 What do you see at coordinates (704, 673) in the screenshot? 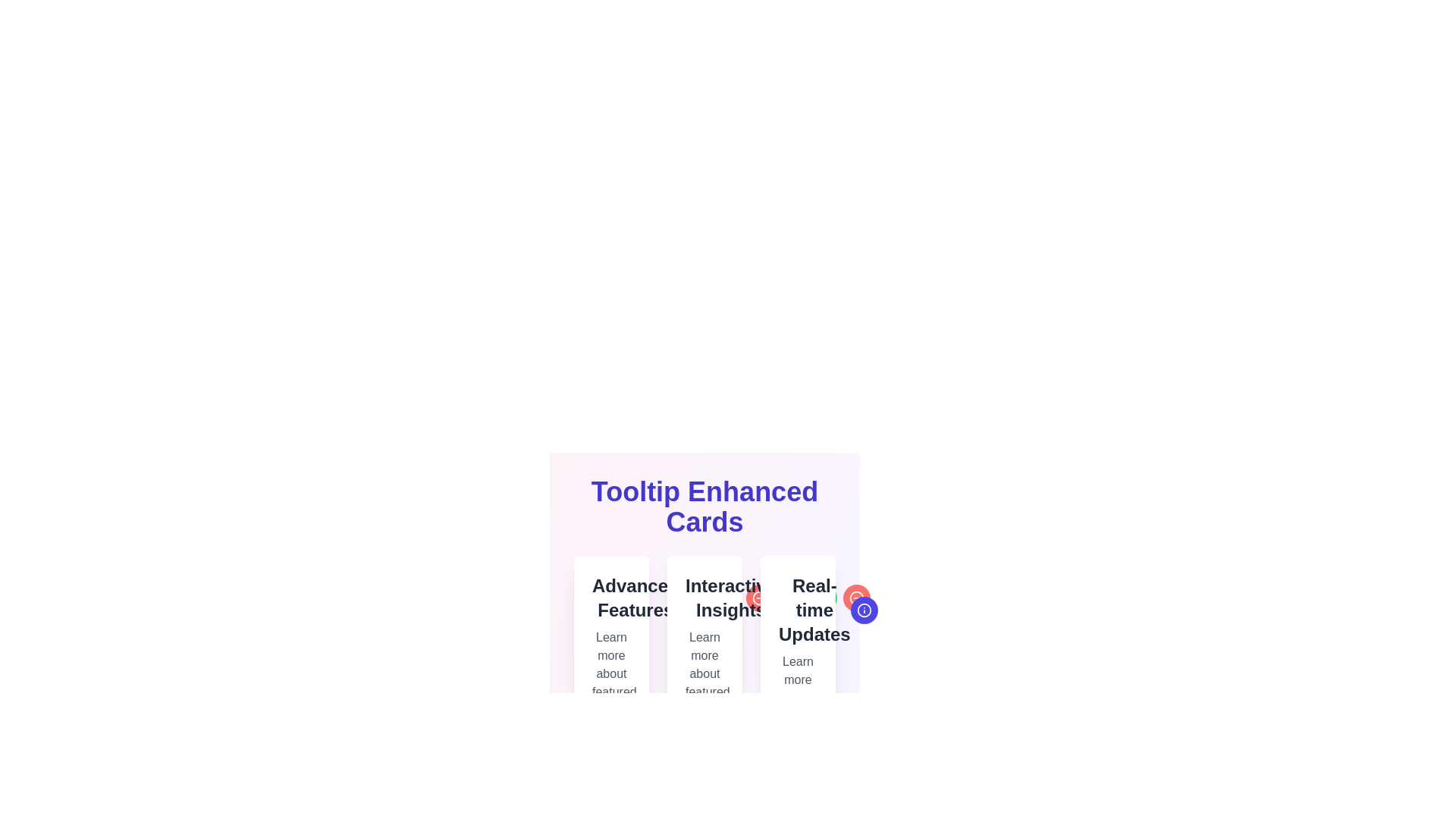
I see `the Text block providing supplementary information related to 'Interactive Insights', which is located below the 'Interactive Insights' title in the middle card of the three displayed cards` at bounding box center [704, 673].